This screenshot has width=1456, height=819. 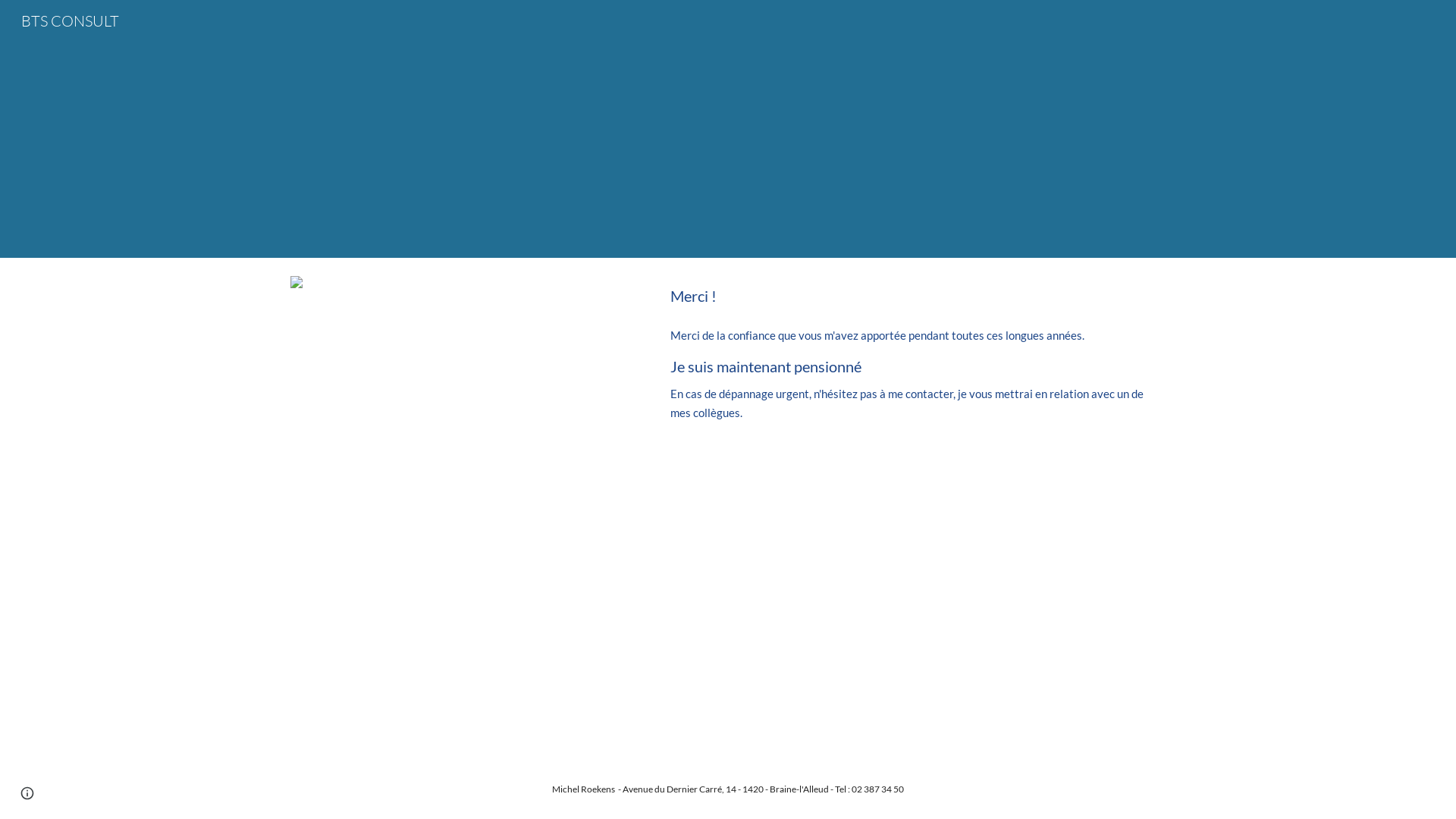 I want to click on 'BTS CONSULT', so click(x=11, y=19).